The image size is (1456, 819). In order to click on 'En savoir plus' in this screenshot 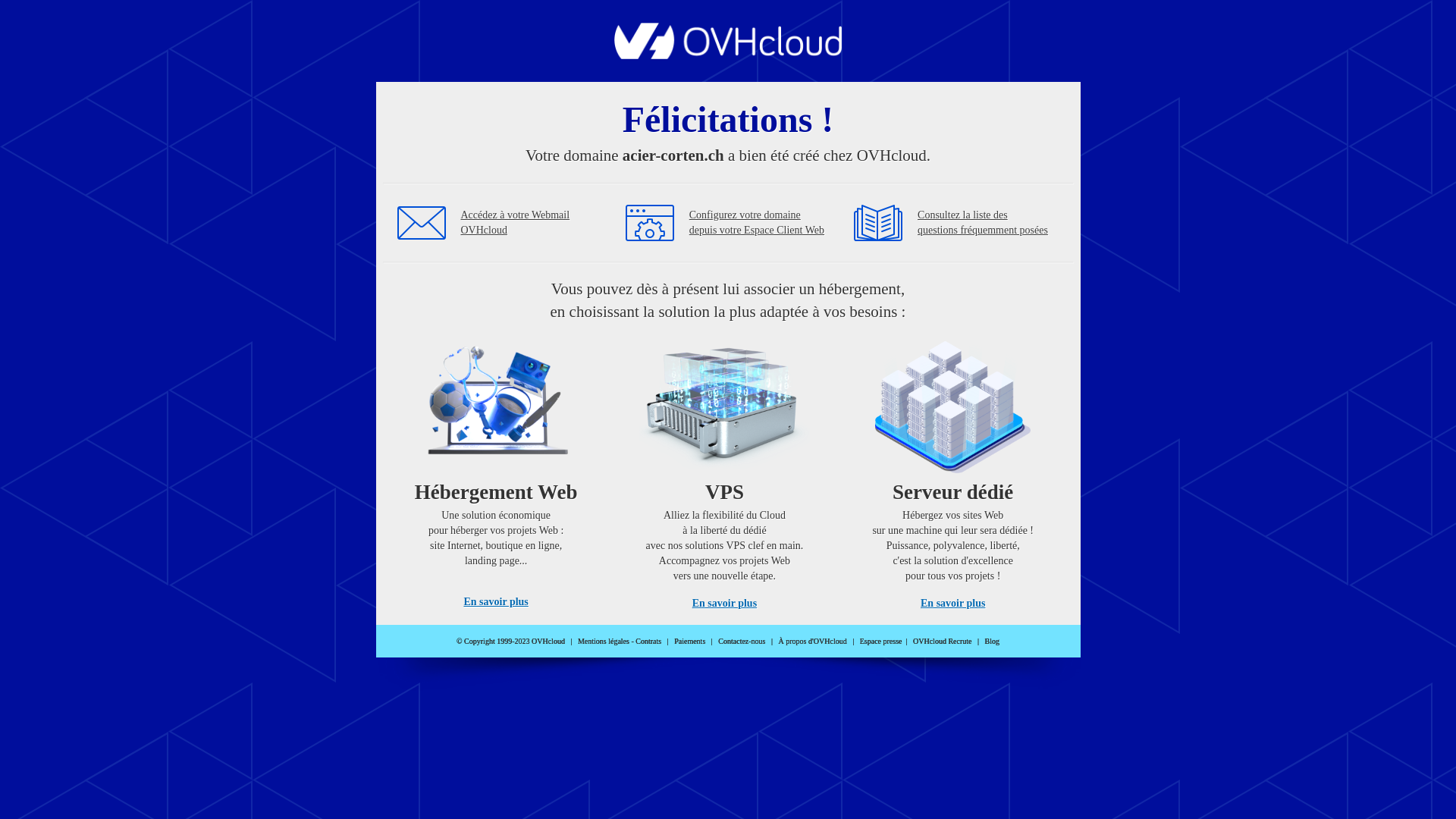, I will do `click(495, 601)`.